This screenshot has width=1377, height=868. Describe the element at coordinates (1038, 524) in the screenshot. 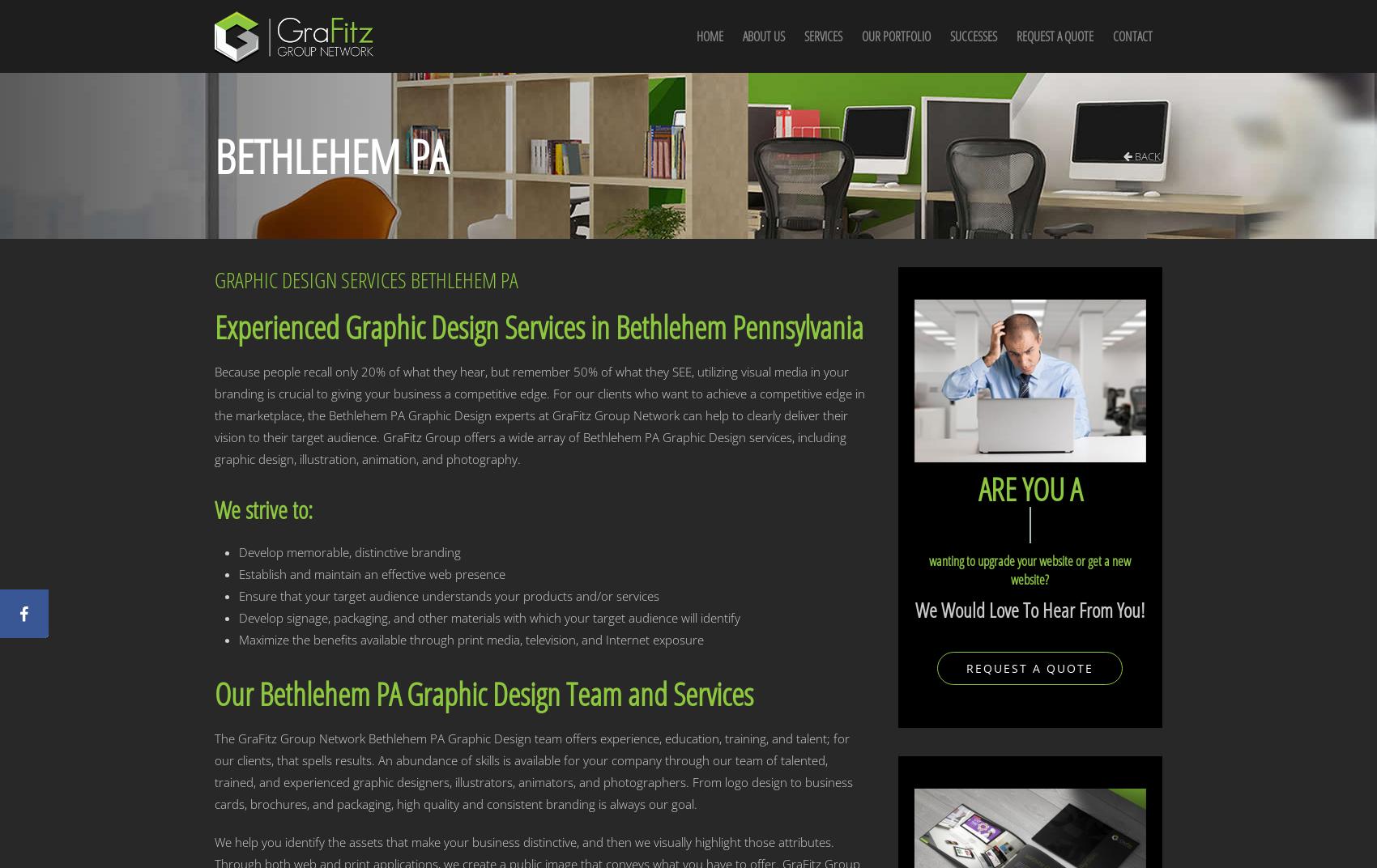

I see `'MEDIUM BUSINESS?'` at that location.